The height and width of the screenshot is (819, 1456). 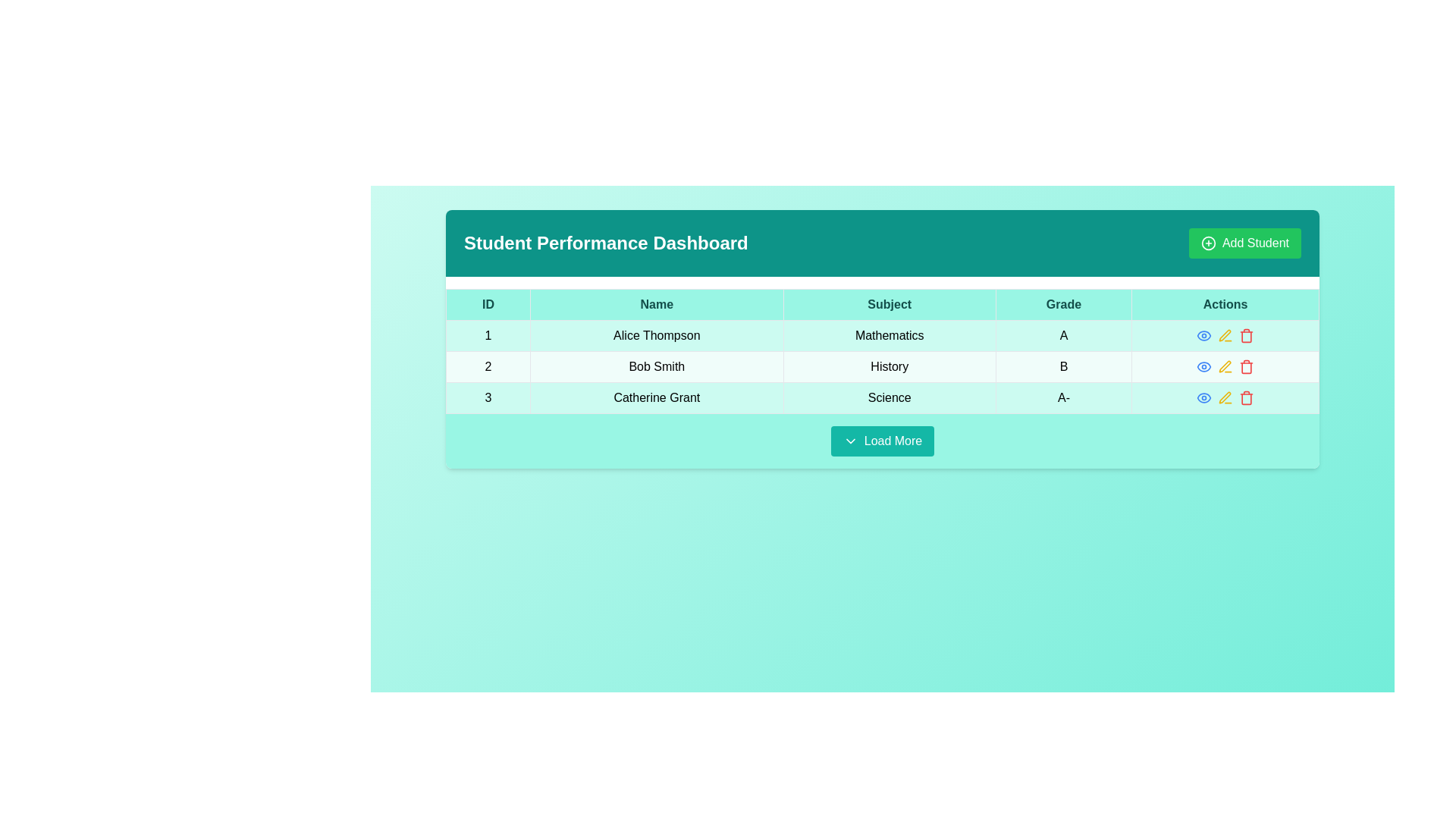 I want to click on the 'Science' text label in the third row of the student performance table, located in the 'Subject' column, so click(x=890, y=397).